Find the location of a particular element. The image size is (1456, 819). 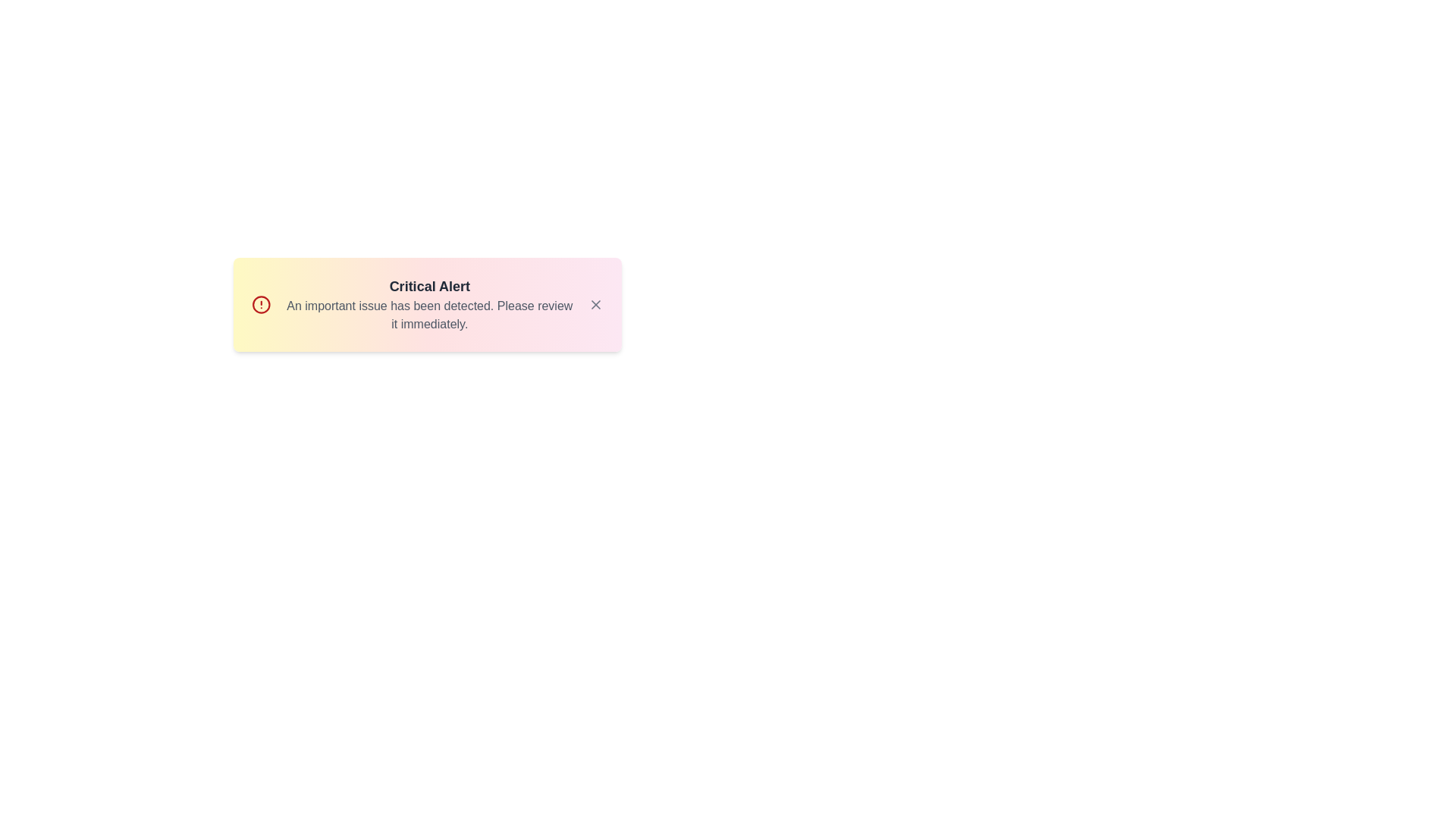

the bold and large text label displaying 'Critical Alert' located at the upper center of the notification component is located at coordinates (428, 287).